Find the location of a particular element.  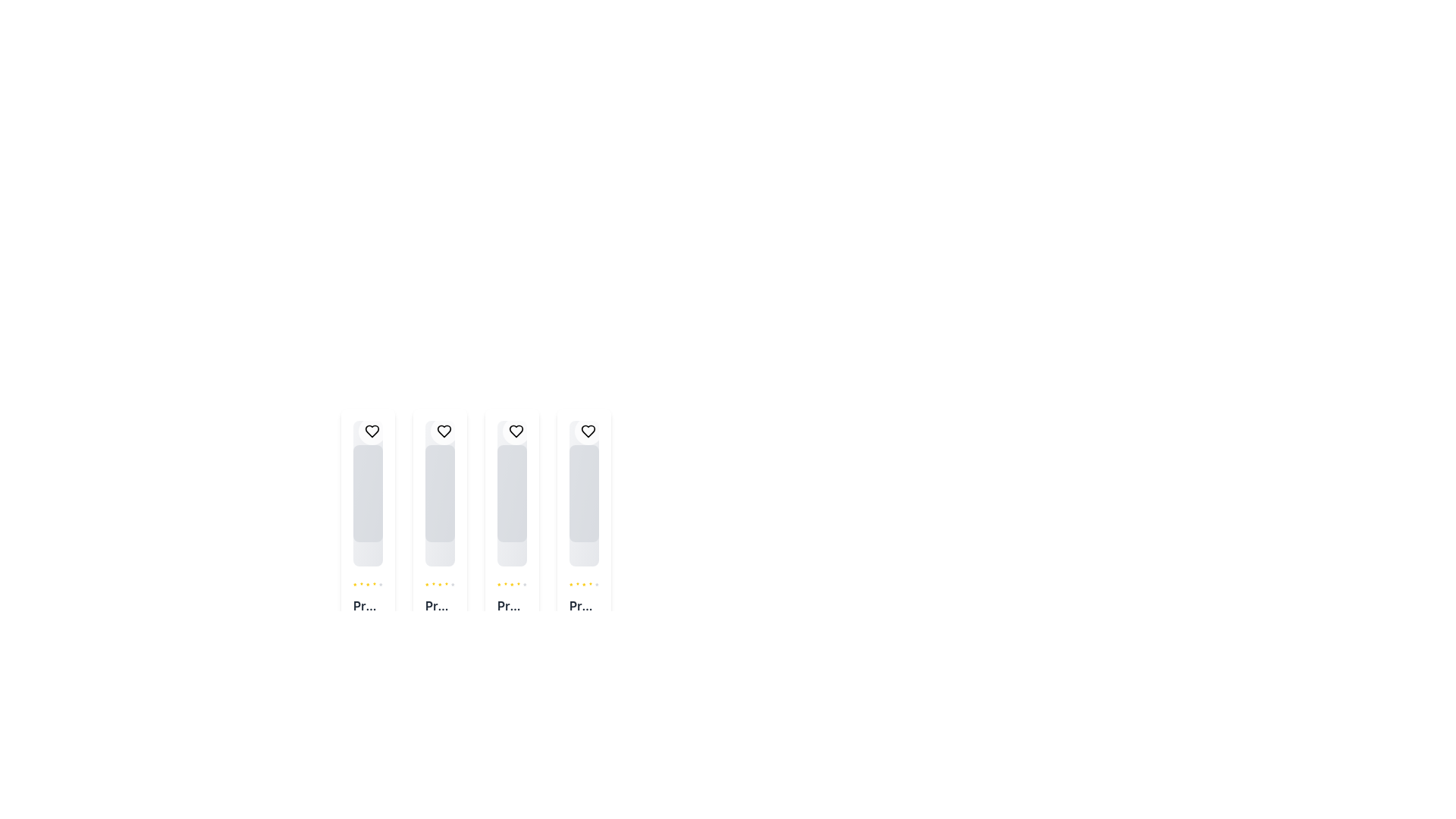

the heart-shaped icon button with a hollow design and black outline, located at the top-right area within a product information card is located at coordinates (372, 431).